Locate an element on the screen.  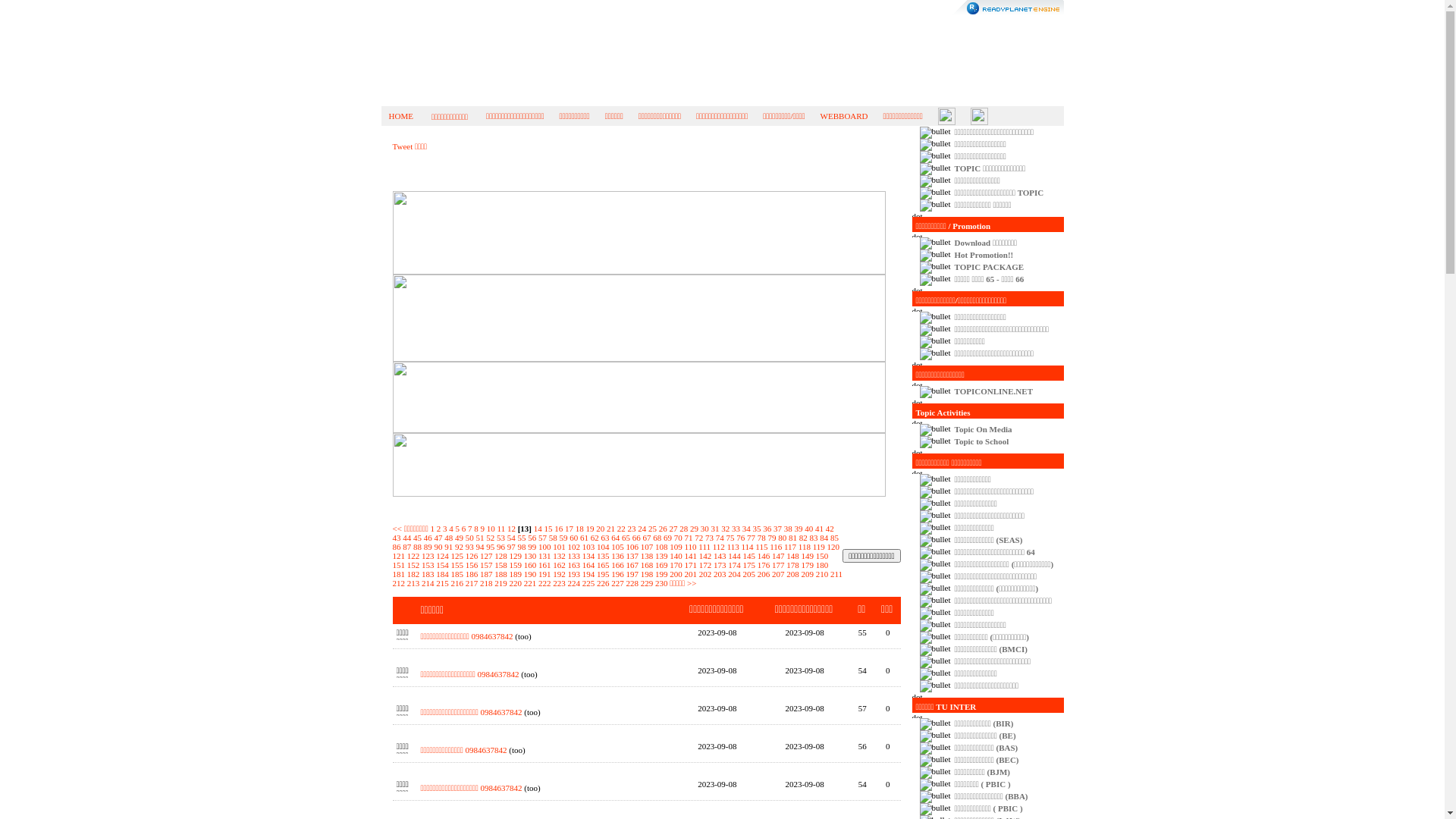
'147' is located at coordinates (778, 555).